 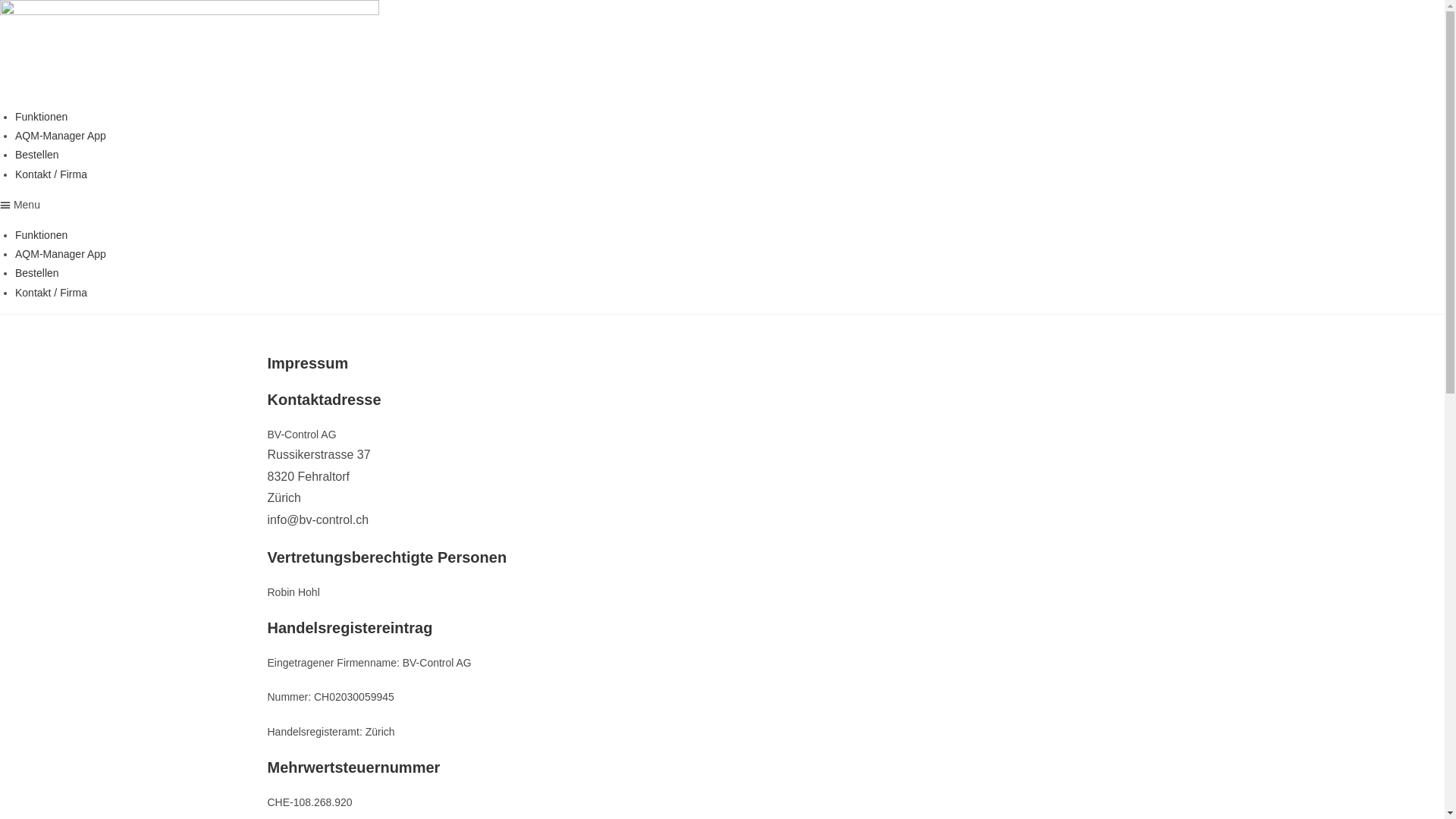 I want to click on 'AQM-Manager App', so click(x=61, y=253).